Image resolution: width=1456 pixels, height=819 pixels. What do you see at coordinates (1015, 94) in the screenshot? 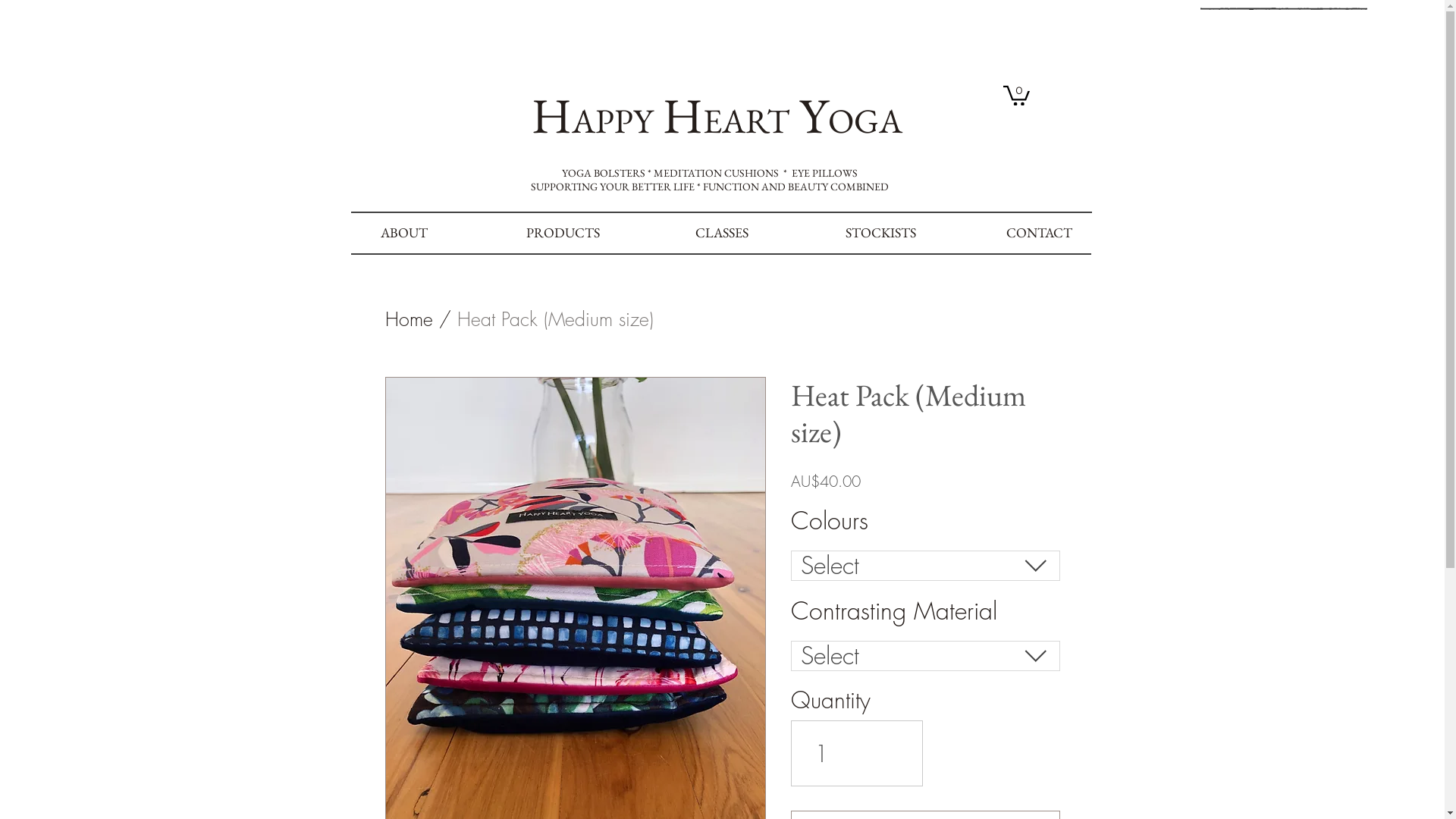
I see `'0'` at bounding box center [1015, 94].